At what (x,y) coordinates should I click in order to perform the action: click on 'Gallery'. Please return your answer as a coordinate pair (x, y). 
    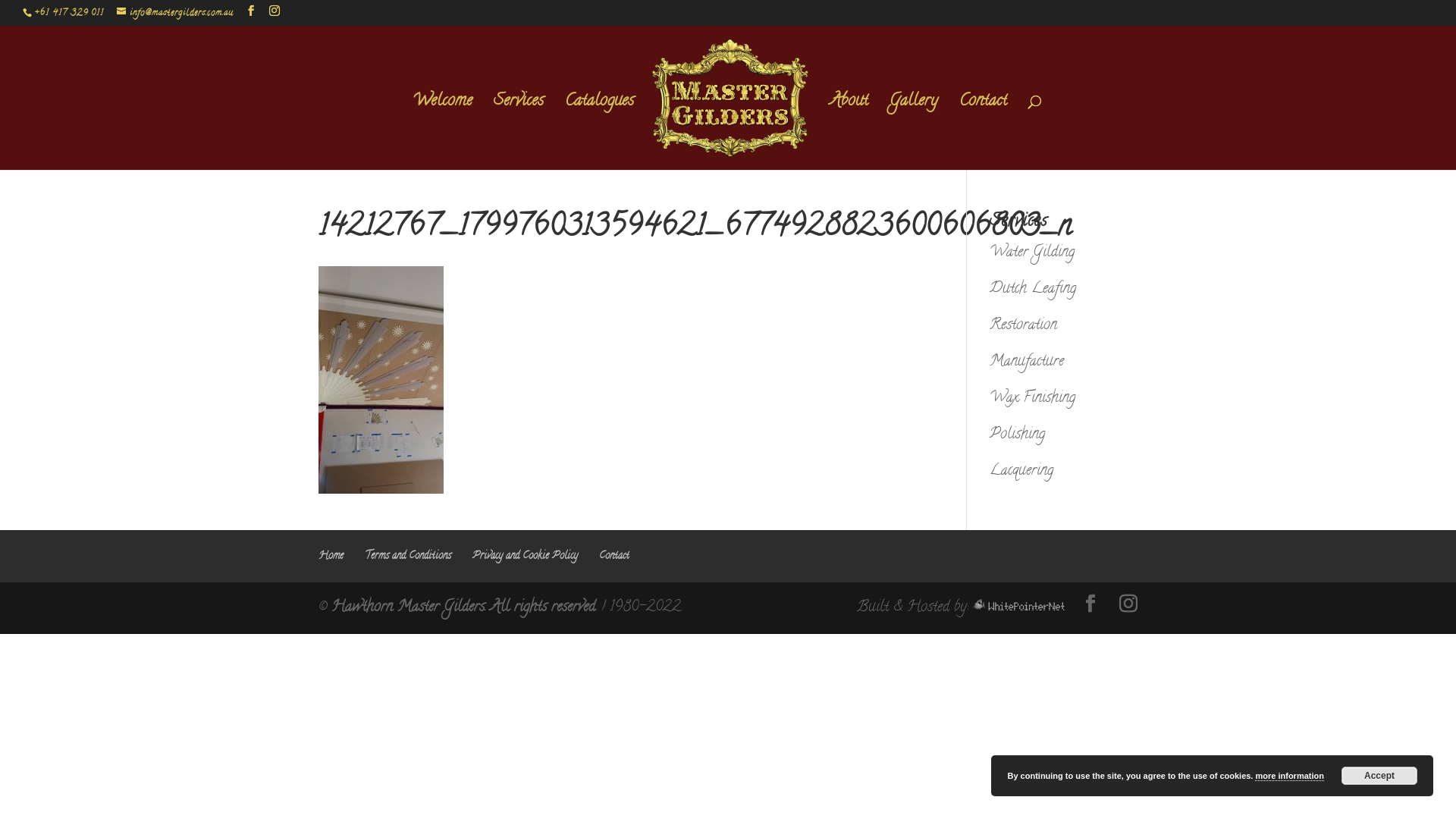
    Looking at the image, I should click on (912, 132).